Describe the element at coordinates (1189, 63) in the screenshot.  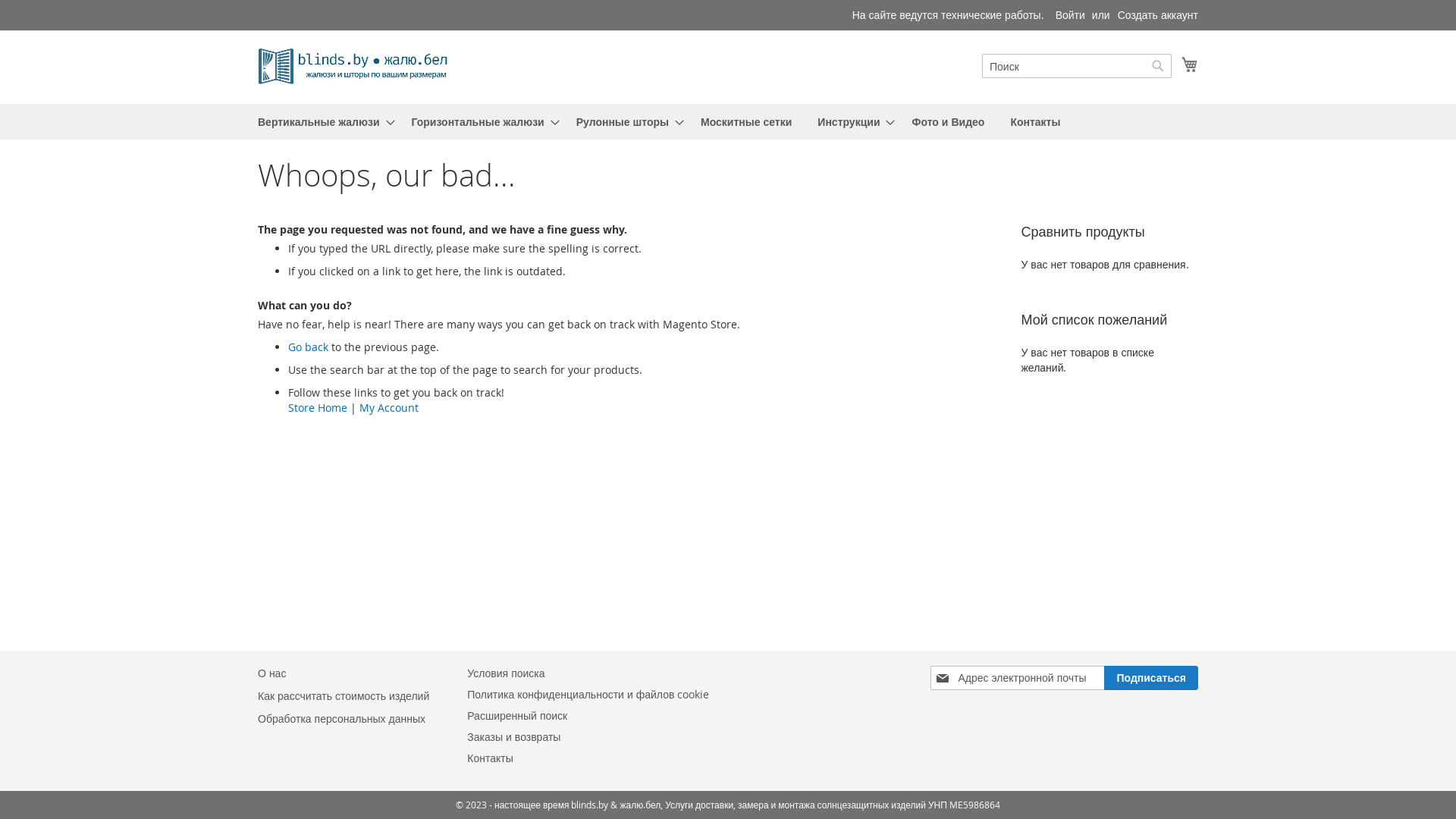
I see `'My Cart'` at that location.